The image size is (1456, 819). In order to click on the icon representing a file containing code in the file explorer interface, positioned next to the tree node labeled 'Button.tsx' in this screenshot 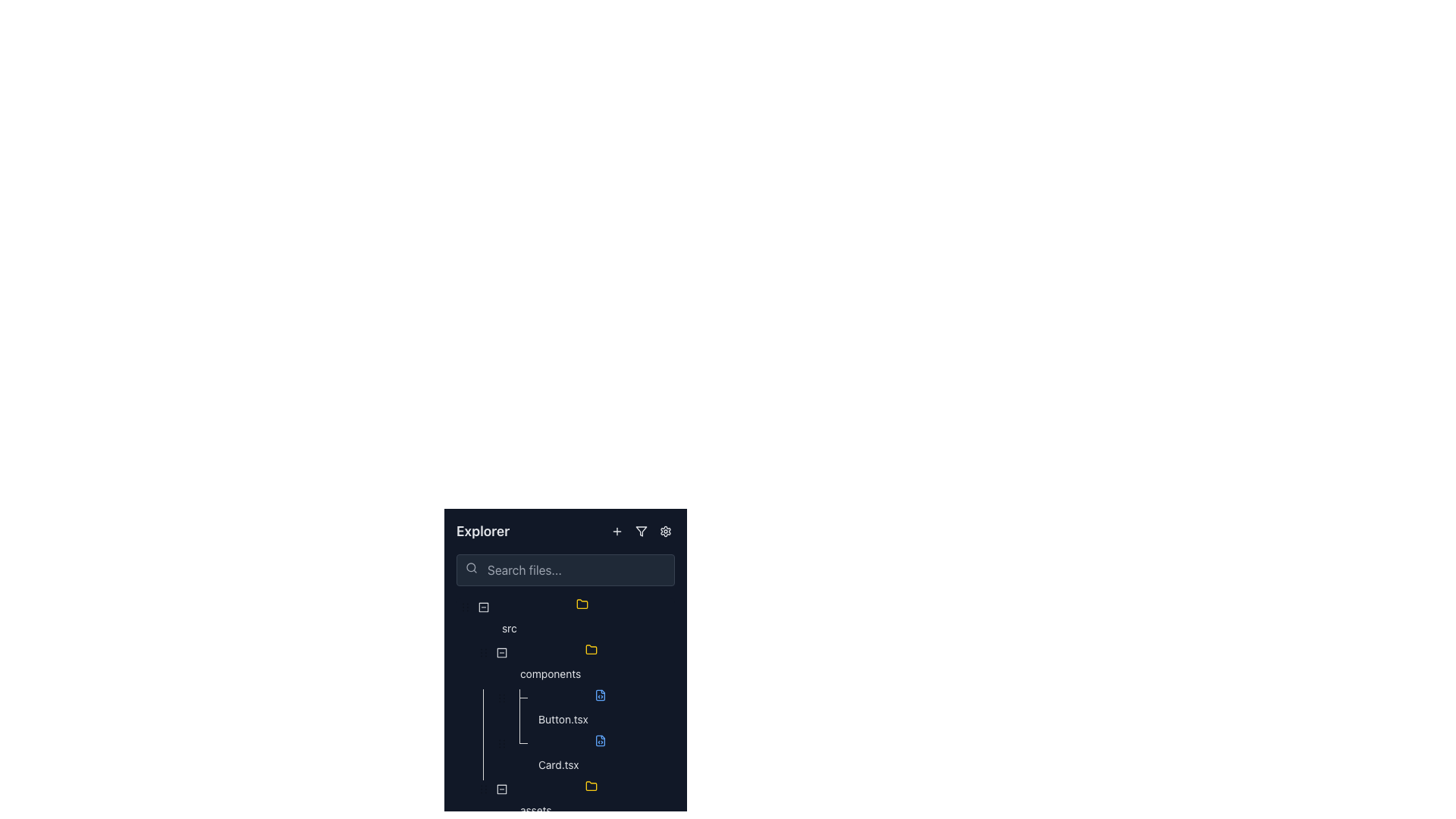, I will do `click(600, 695)`.